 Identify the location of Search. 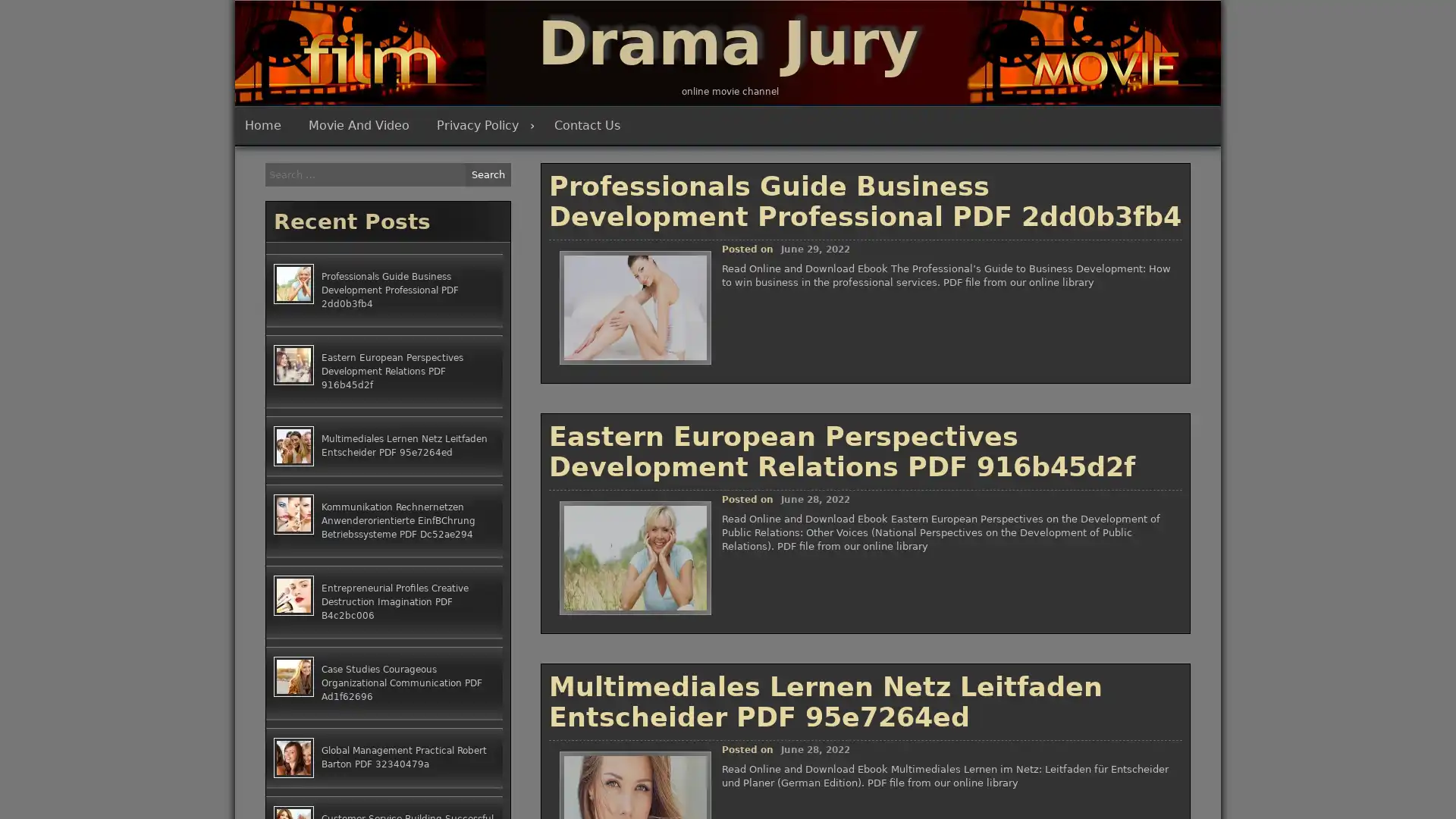
(488, 174).